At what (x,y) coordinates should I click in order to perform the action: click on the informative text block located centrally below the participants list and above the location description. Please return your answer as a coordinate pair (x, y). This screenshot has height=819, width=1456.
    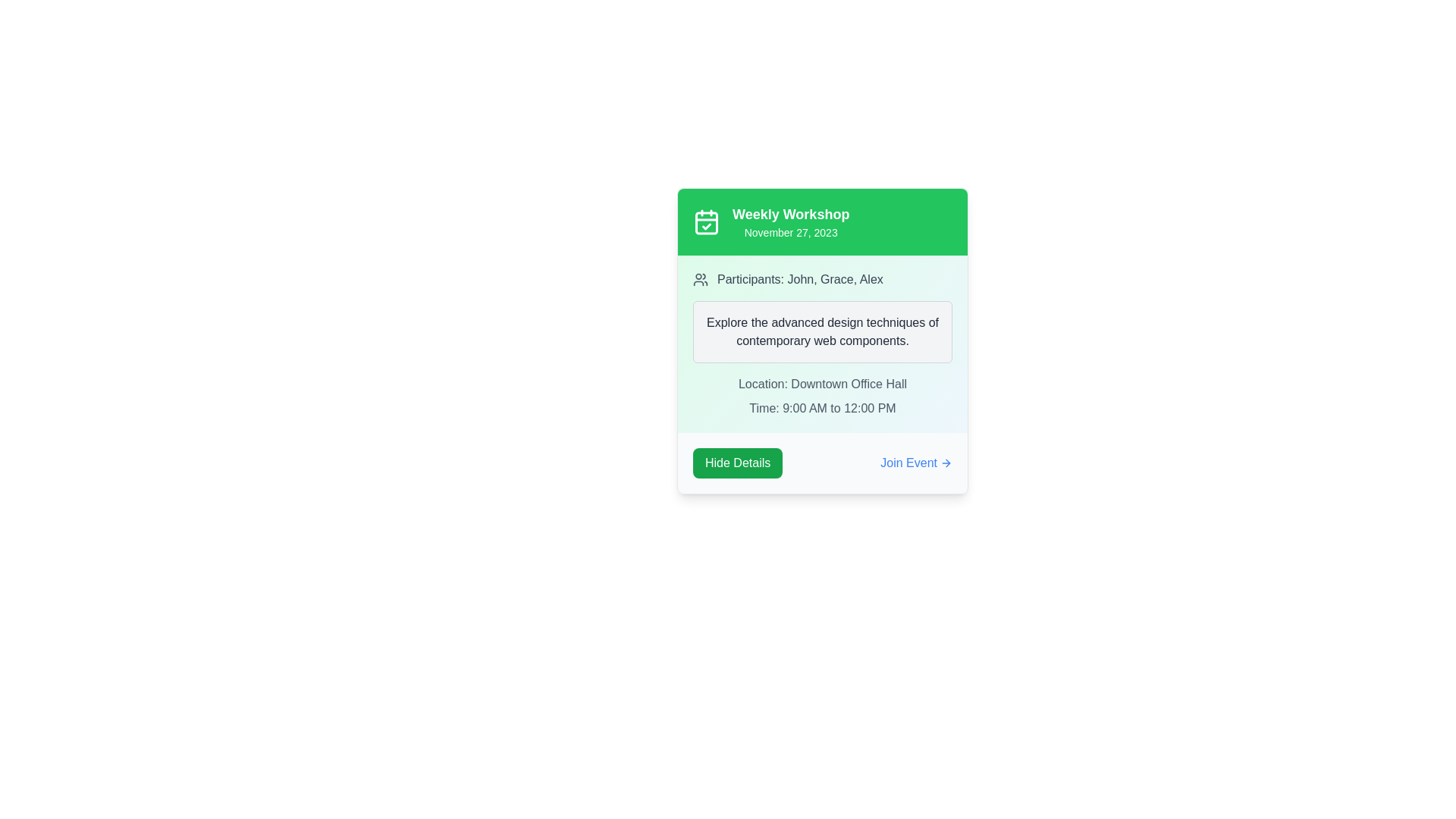
    Looking at the image, I should click on (821, 331).